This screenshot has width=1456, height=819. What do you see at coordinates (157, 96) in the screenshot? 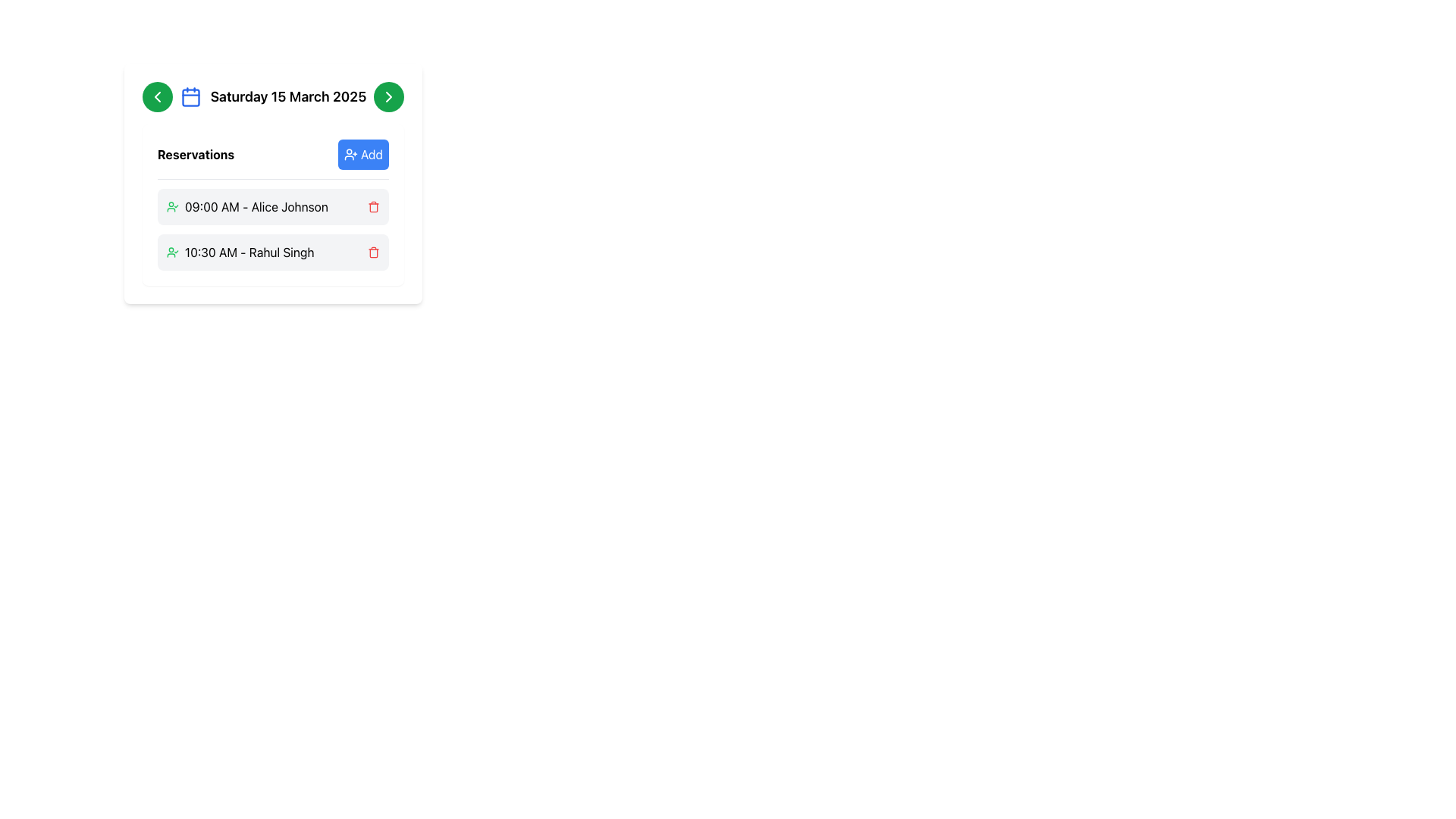
I see `the green circular button located at the top left of the card-like section` at bounding box center [157, 96].